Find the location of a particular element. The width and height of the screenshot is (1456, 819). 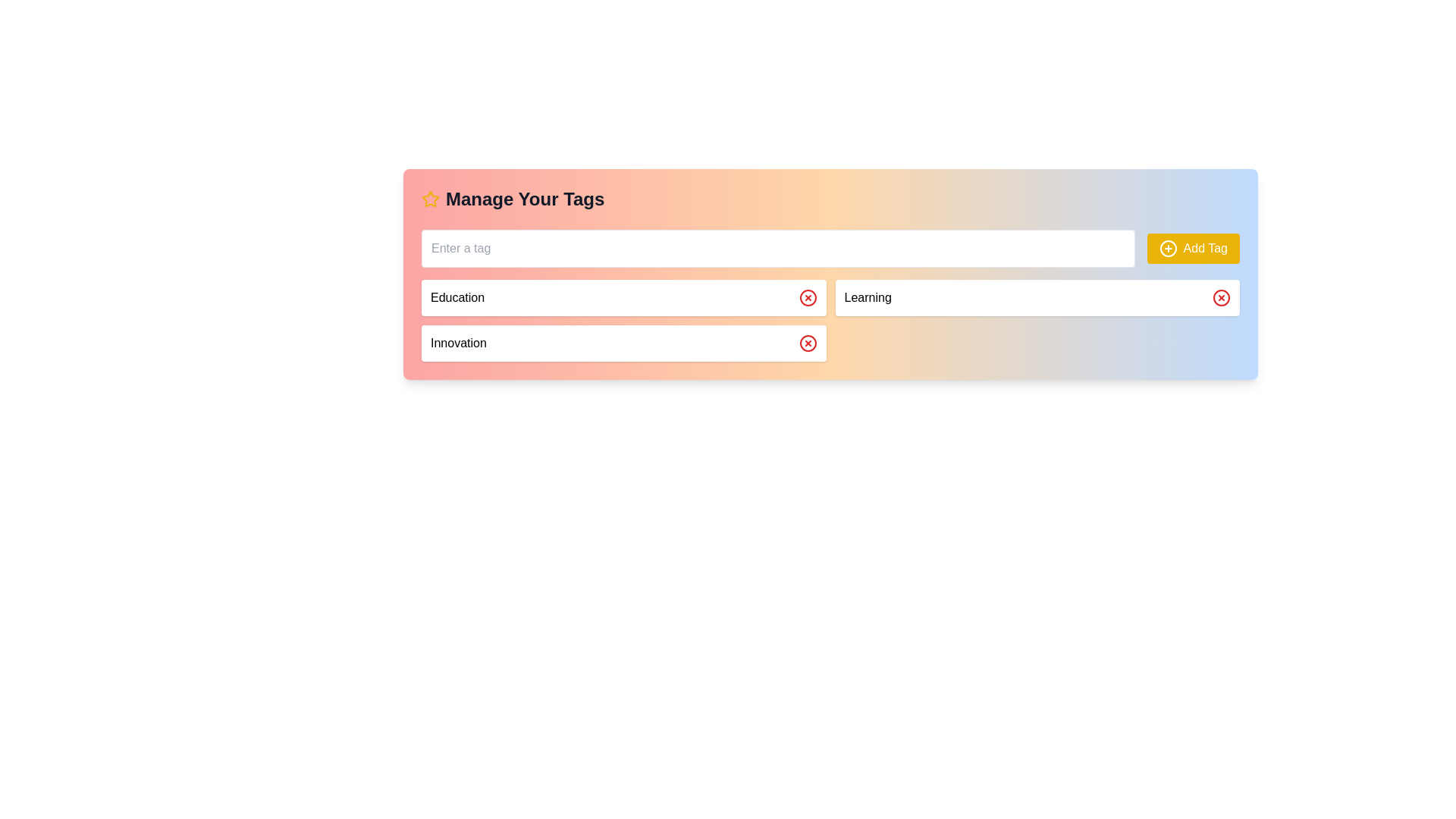

the decorative icon with a plus sign inside the yellow 'Add Tag' button to trigger the tooltip or hover effect is located at coordinates (1167, 247).